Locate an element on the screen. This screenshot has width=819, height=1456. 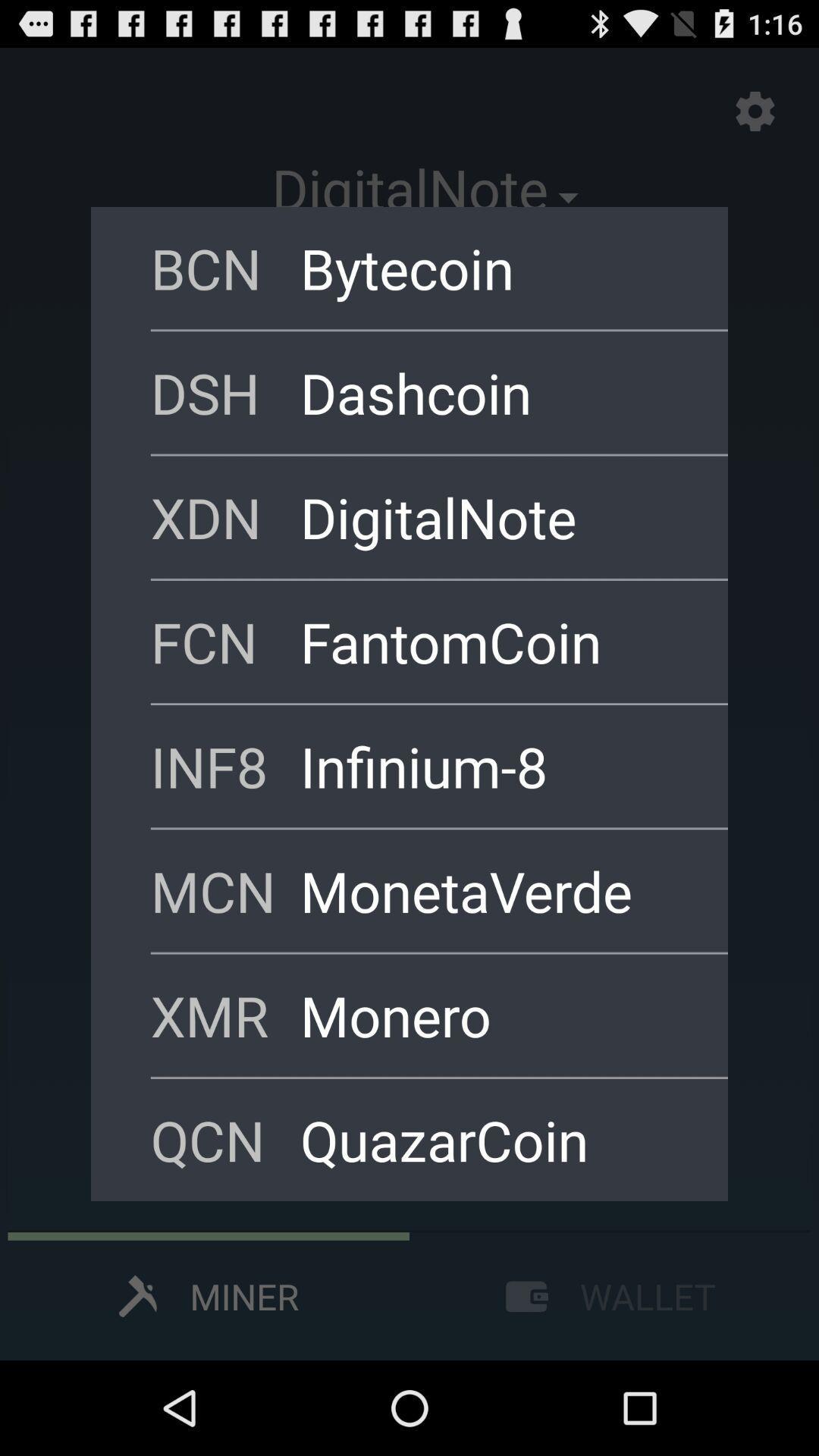
app next to dsh is located at coordinates (494, 392).